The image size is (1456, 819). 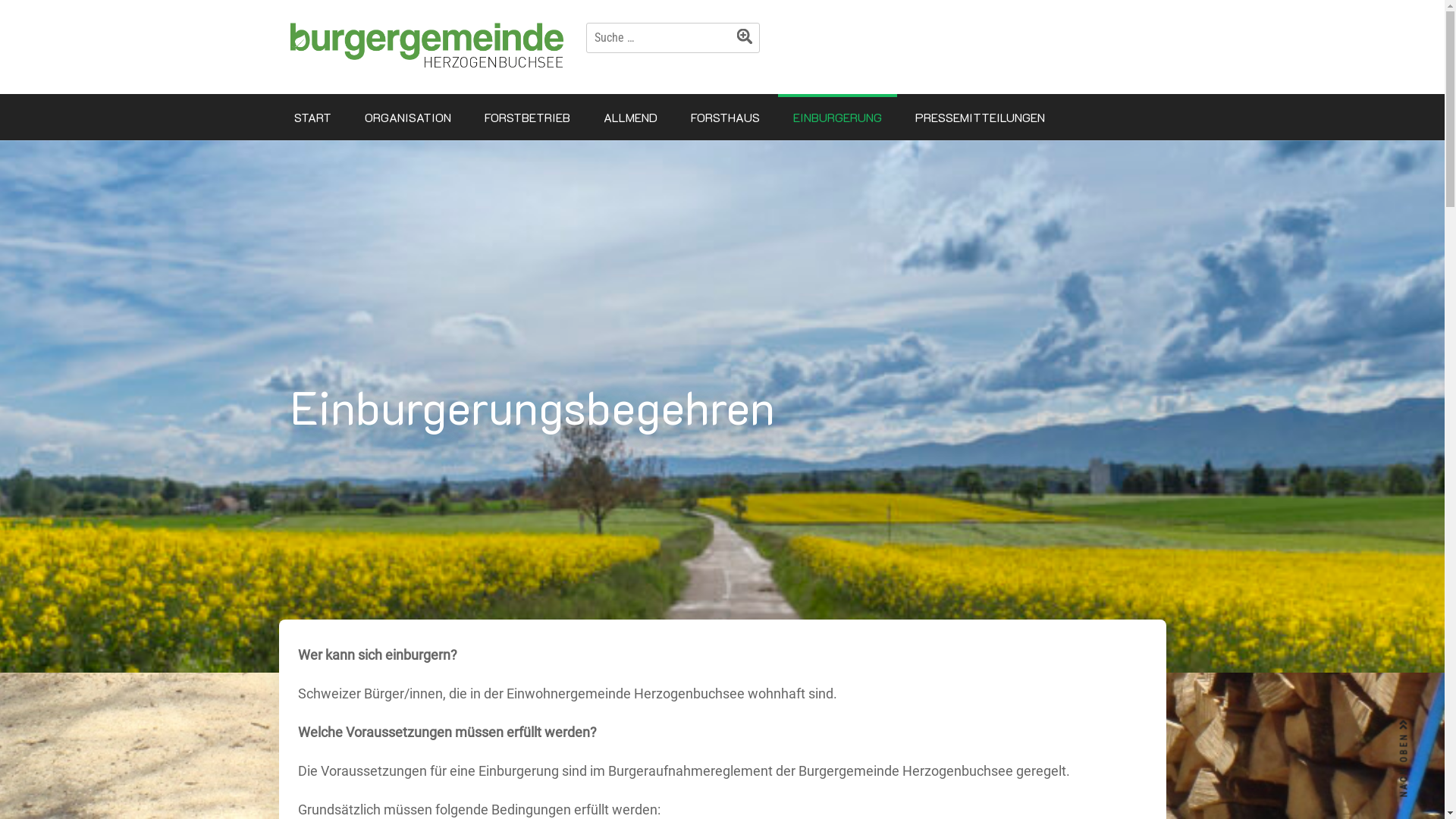 What do you see at coordinates (979, 116) in the screenshot?
I see `'PRESSEMITTEILUNGEN'` at bounding box center [979, 116].